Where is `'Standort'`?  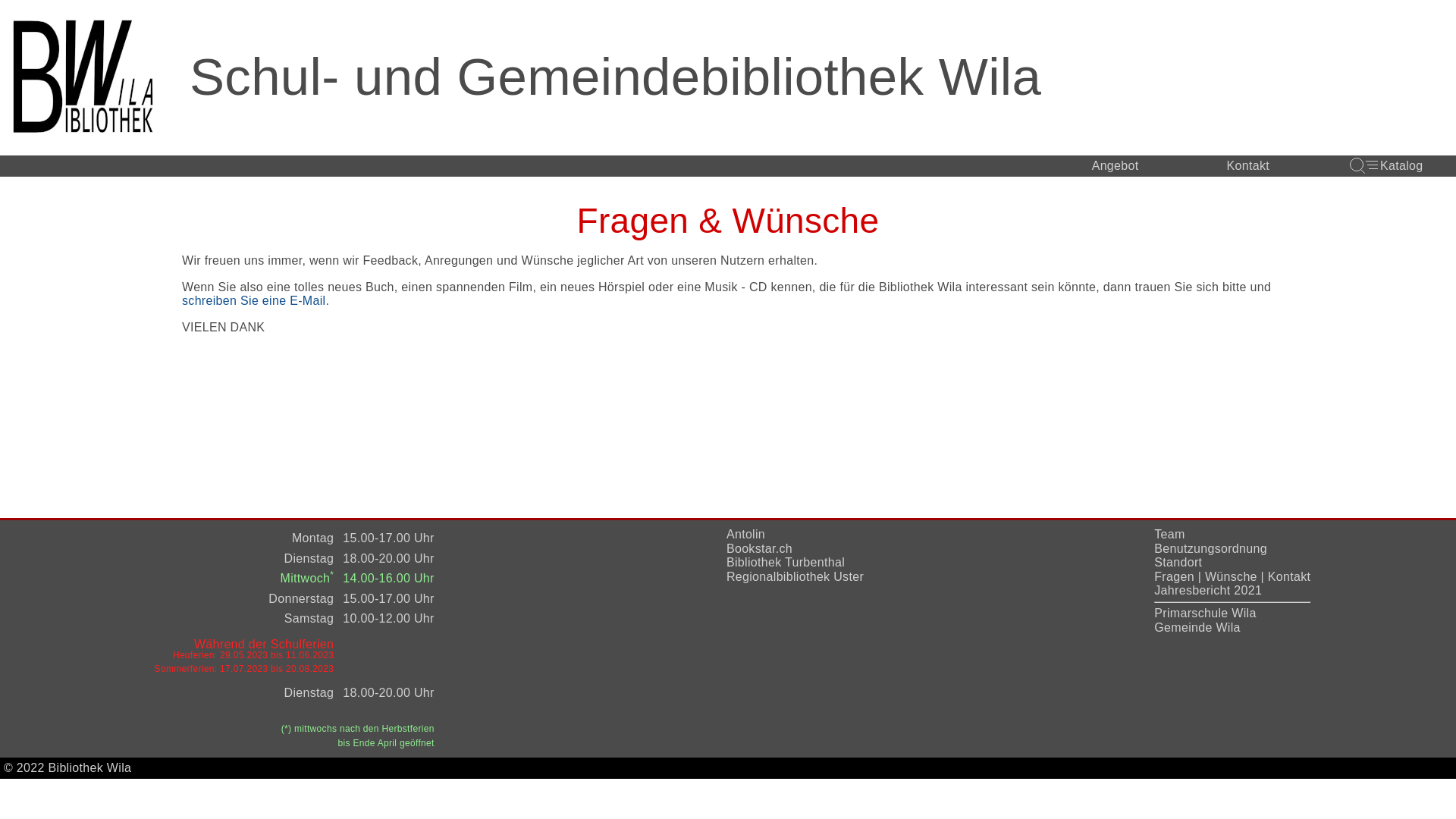 'Standort' is located at coordinates (1177, 562).